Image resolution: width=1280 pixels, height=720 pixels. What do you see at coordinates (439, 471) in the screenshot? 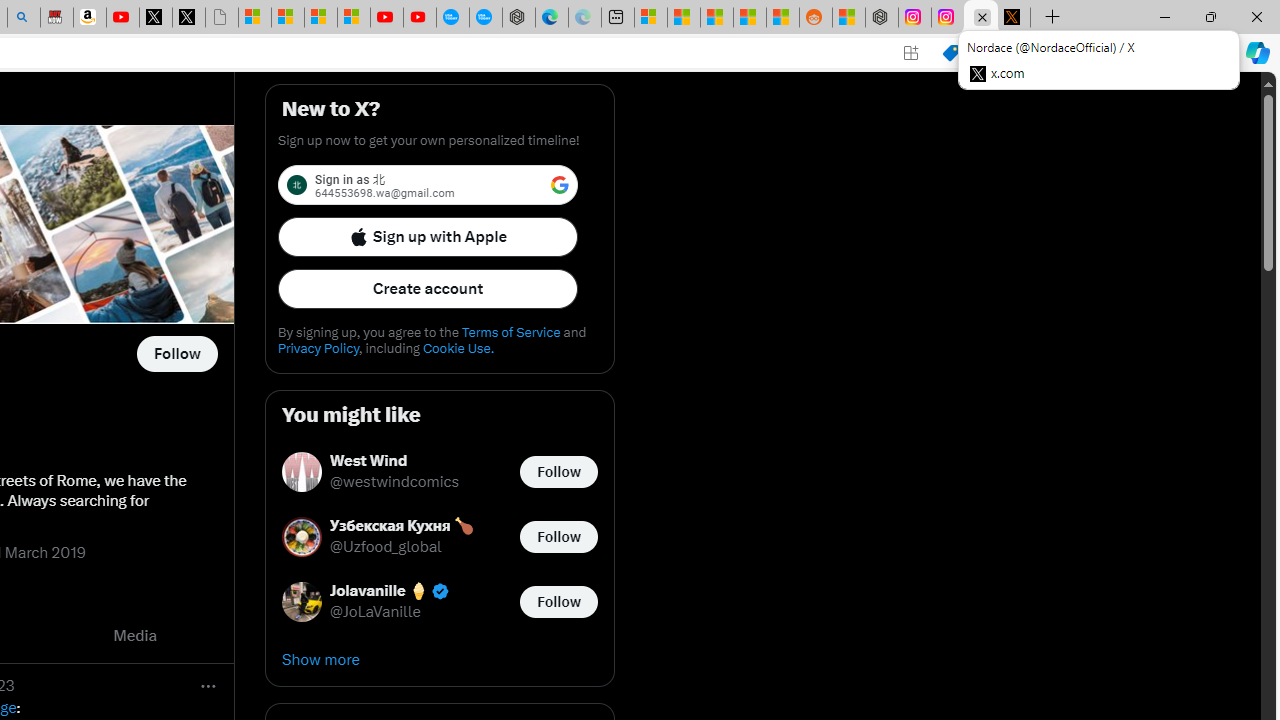
I see `'West Wind @westwindcomics Follow @westwindcomics'` at bounding box center [439, 471].